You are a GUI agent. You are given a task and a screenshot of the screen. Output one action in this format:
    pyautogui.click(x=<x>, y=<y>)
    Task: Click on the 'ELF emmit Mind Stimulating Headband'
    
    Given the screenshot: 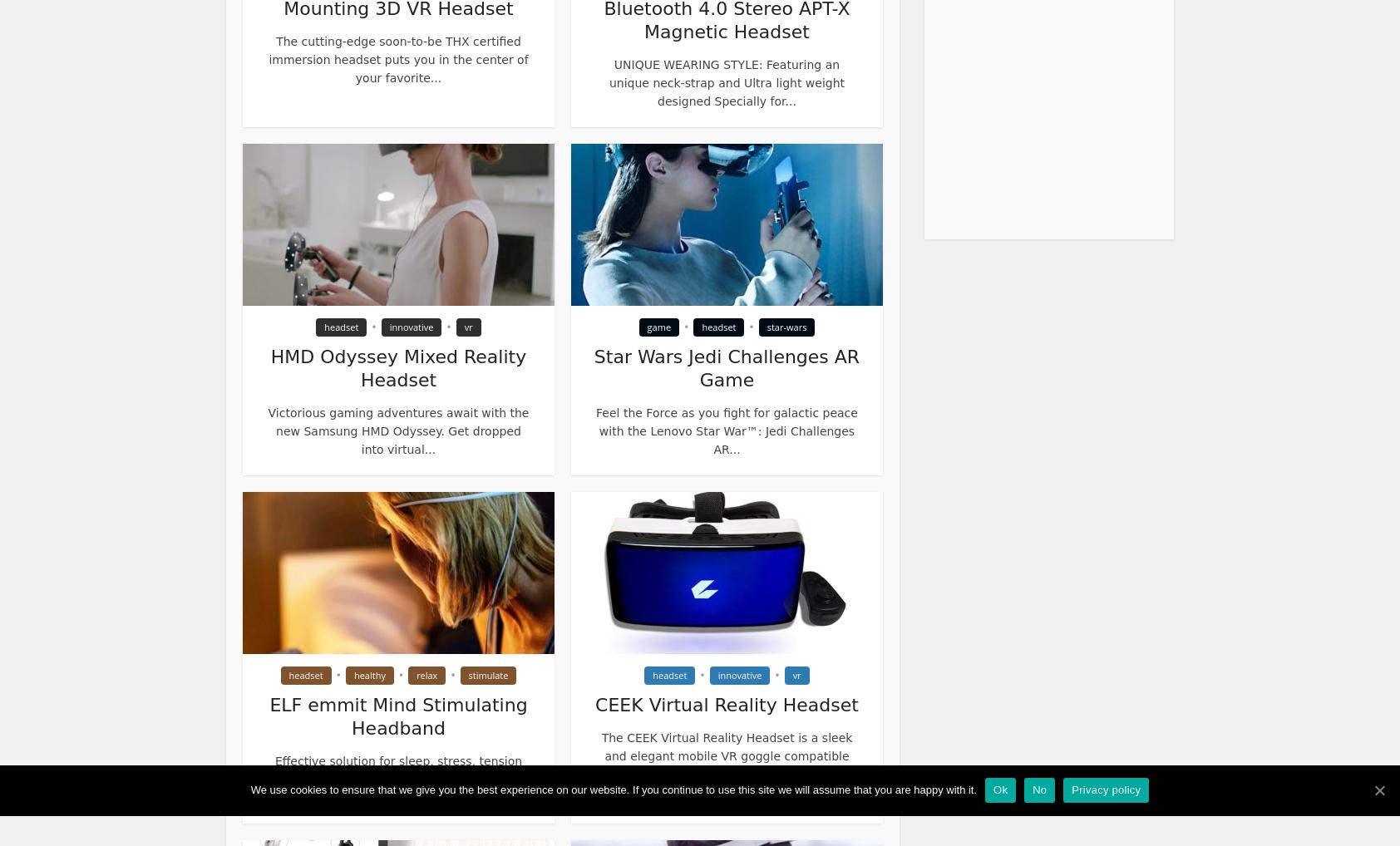 What is the action you would take?
    pyautogui.click(x=397, y=716)
    